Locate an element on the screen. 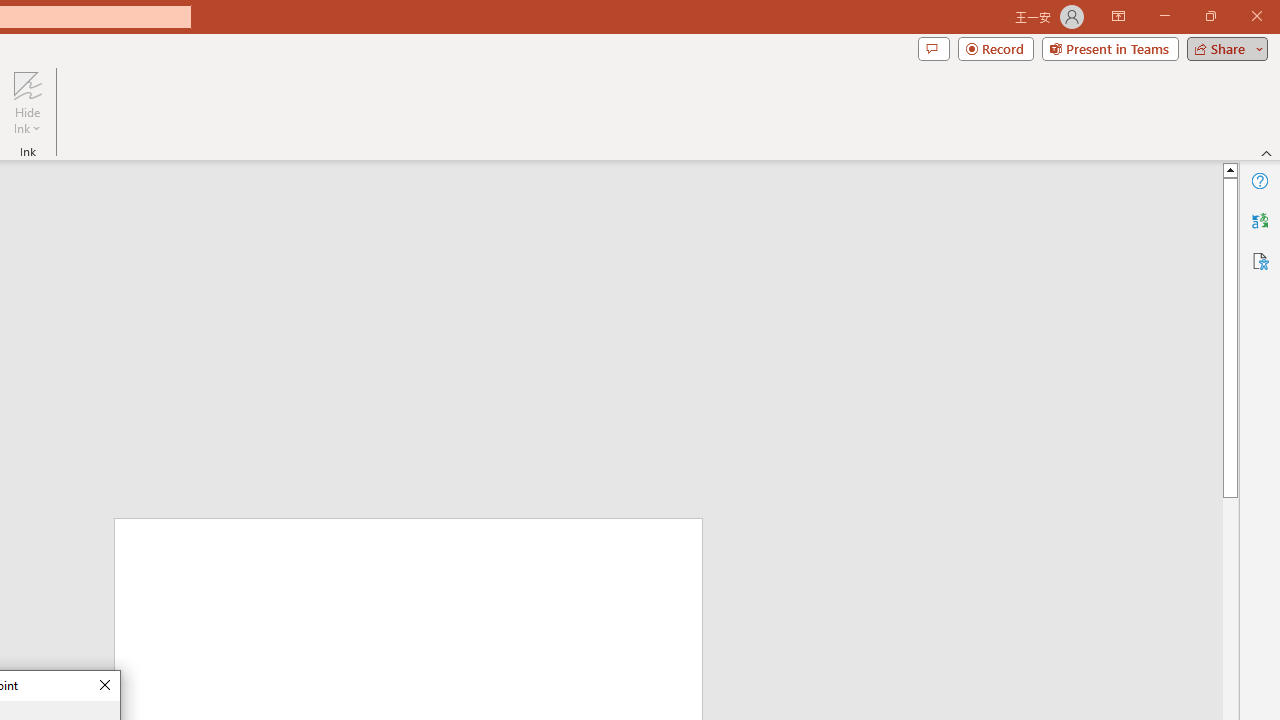 The width and height of the screenshot is (1280, 720). 'Present in Teams' is located at coordinates (1109, 47).